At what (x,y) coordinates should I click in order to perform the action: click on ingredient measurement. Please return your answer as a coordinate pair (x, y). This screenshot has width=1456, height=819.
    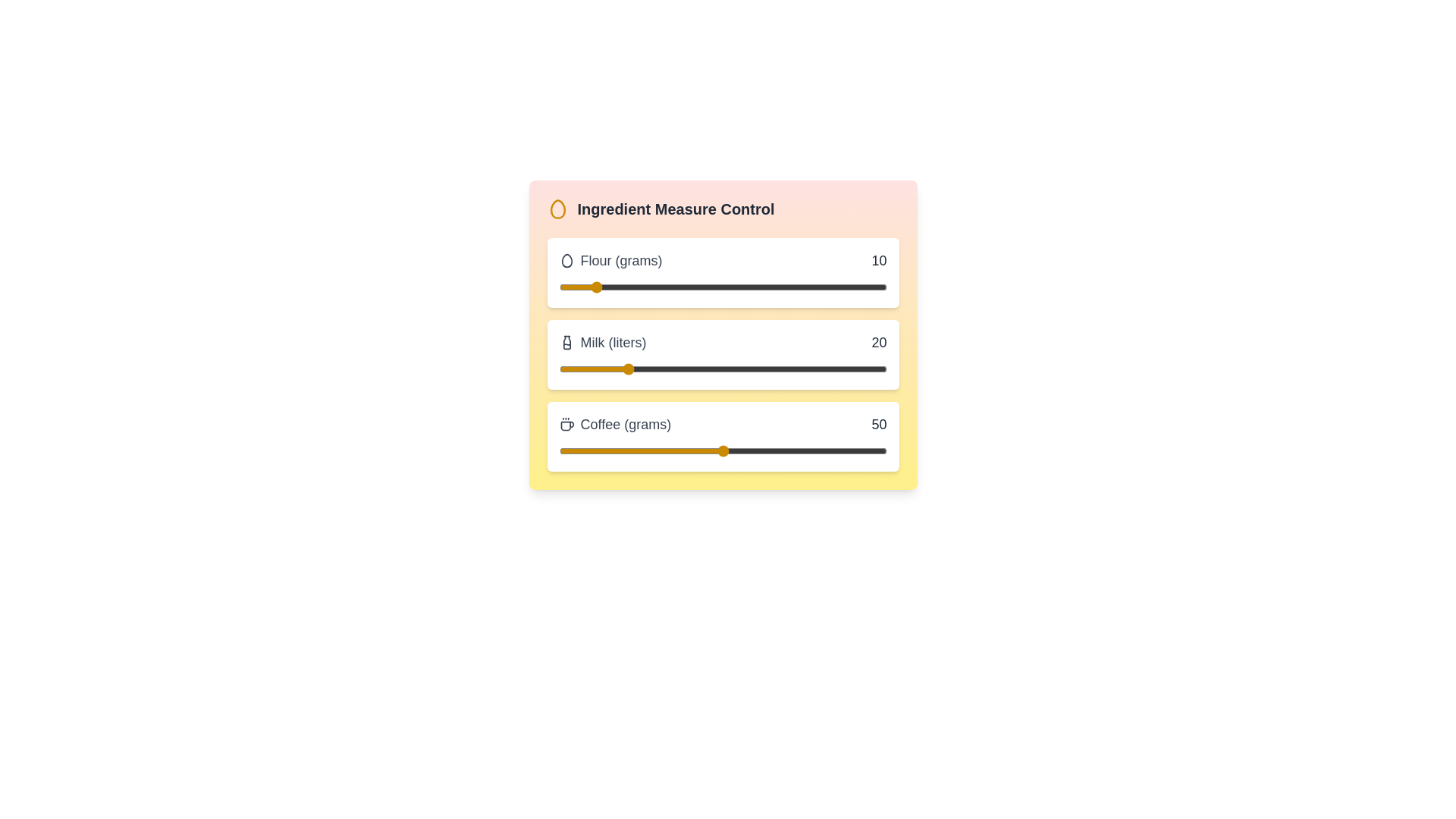
    Looking at the image, I should click on (791, 287).